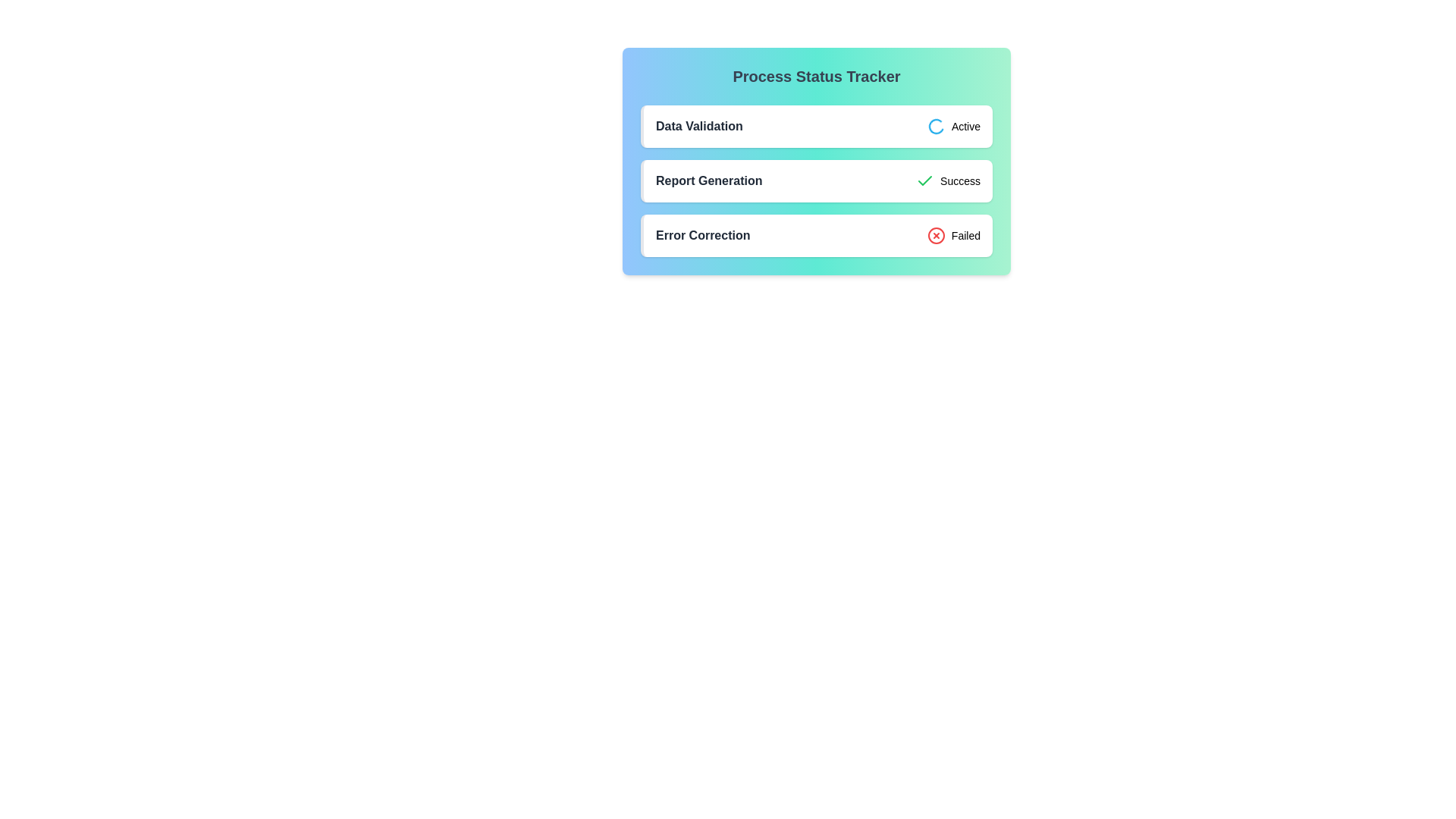 Image resolution: width=1456 pixels, height=819 pixels. I want to click on the visual indicator on the 'Data Validation' Card element, which features a rotating blue circular loading icon in the center, so click(815, 125).